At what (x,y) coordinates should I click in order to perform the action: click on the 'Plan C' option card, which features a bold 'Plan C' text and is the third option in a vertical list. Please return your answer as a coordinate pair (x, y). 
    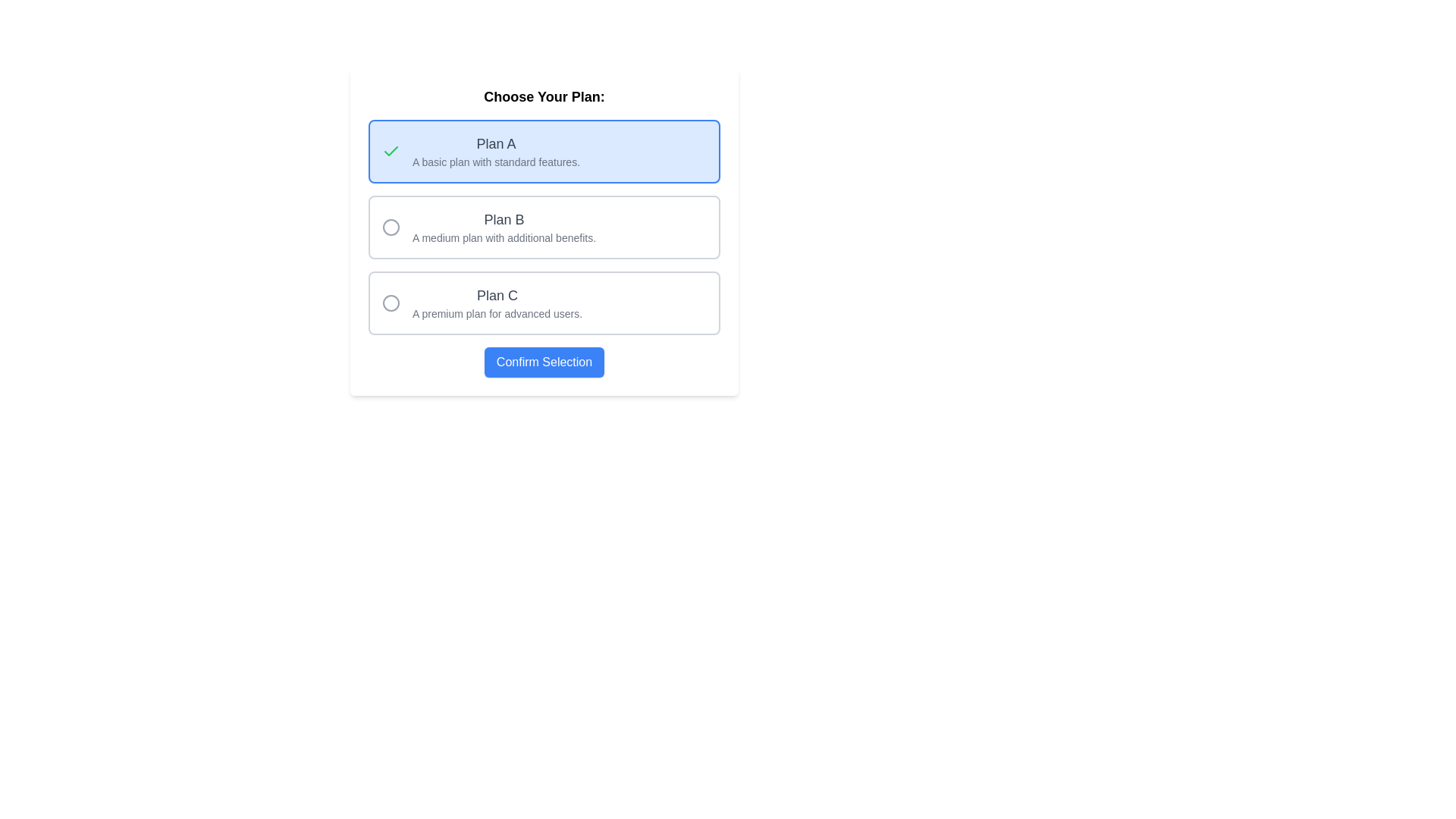
    Looking at the image, I should click on (544, 303).